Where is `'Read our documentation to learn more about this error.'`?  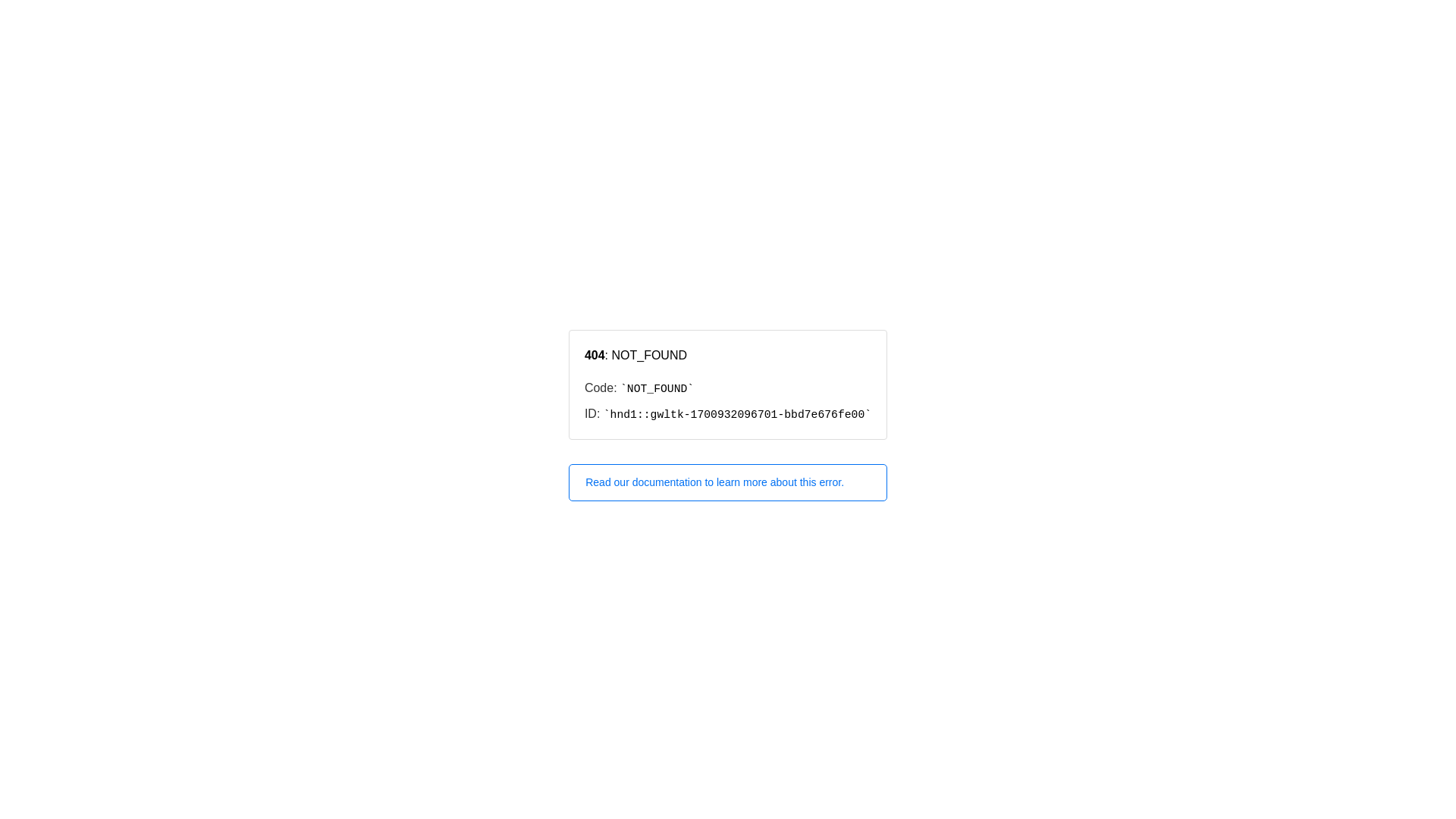
'Read our documentation to learn more about this error.' is located at coordinates (728, 482).